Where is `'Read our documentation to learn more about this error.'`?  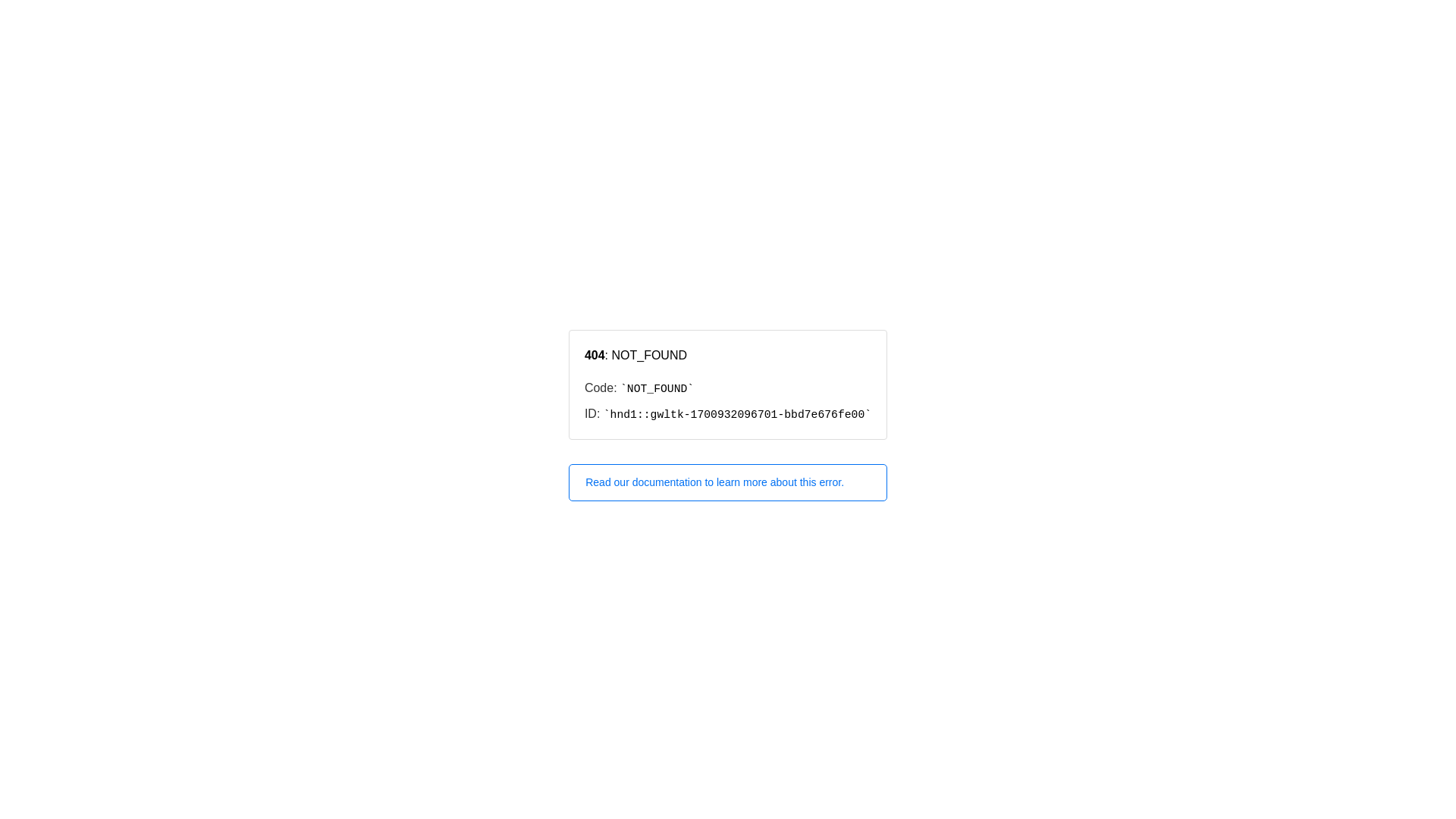
'Read our documentation to learn more about this error.' is located at coordinates (728, 482).